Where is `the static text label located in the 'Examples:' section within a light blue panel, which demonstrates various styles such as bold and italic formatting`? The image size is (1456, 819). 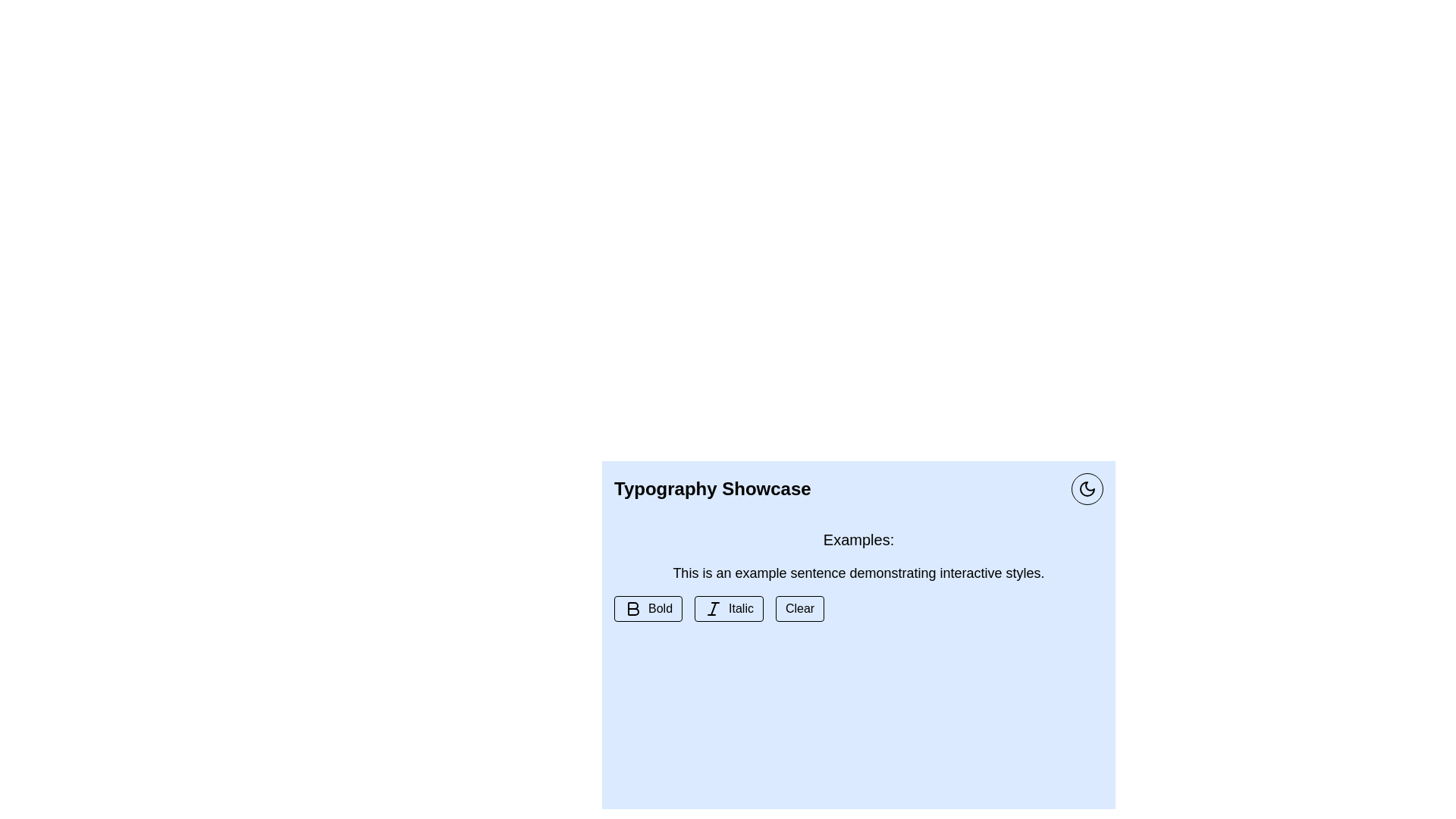
the static text label located in the 'Examples:' section within a light blue panel, which demonstrates various styles such as bold and italic formatting is located at coordinates (858, 573).